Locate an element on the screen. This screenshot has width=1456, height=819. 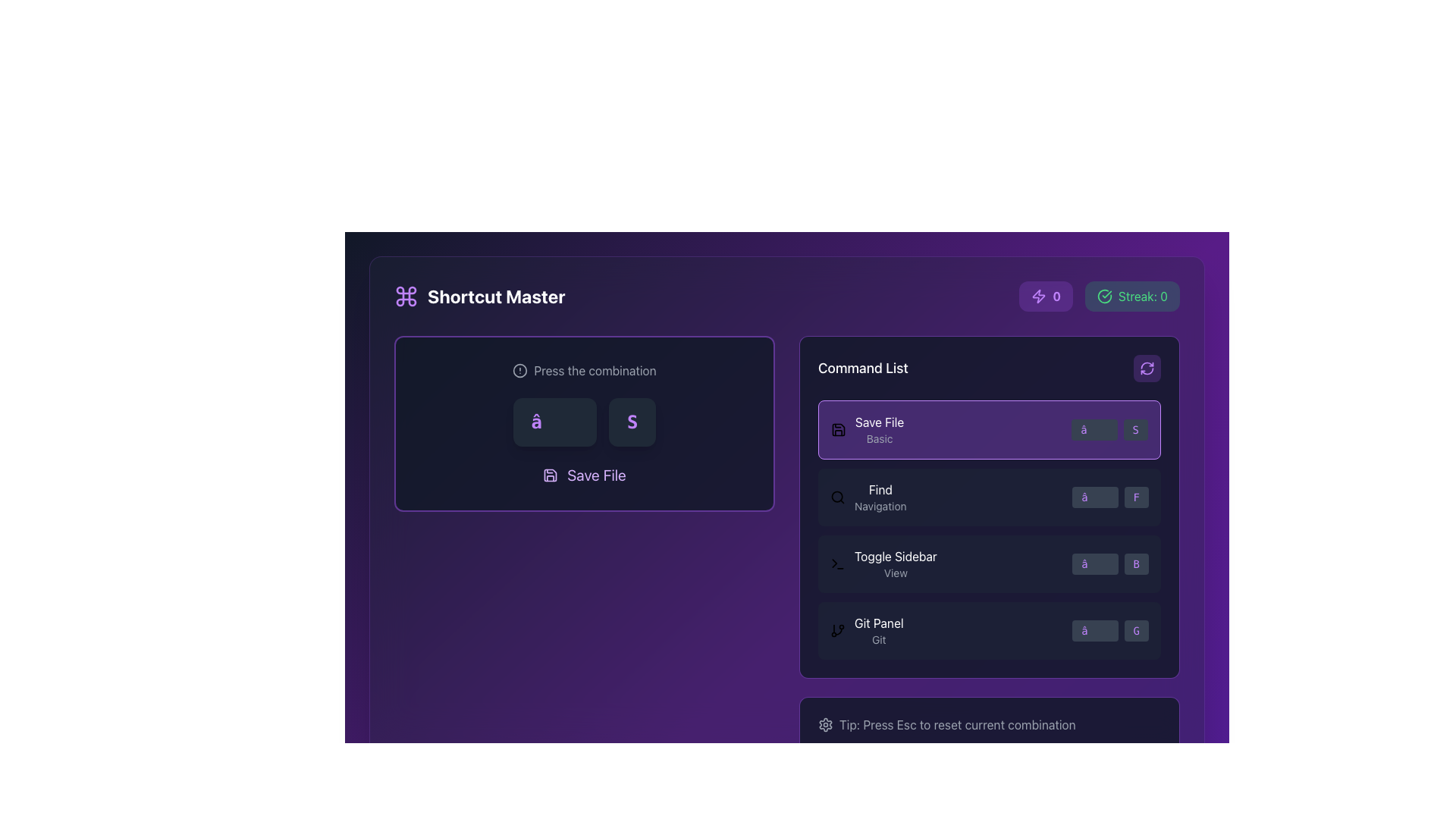
the 'Git Panel' command shortcut listed is located at coordinates (990, 631).